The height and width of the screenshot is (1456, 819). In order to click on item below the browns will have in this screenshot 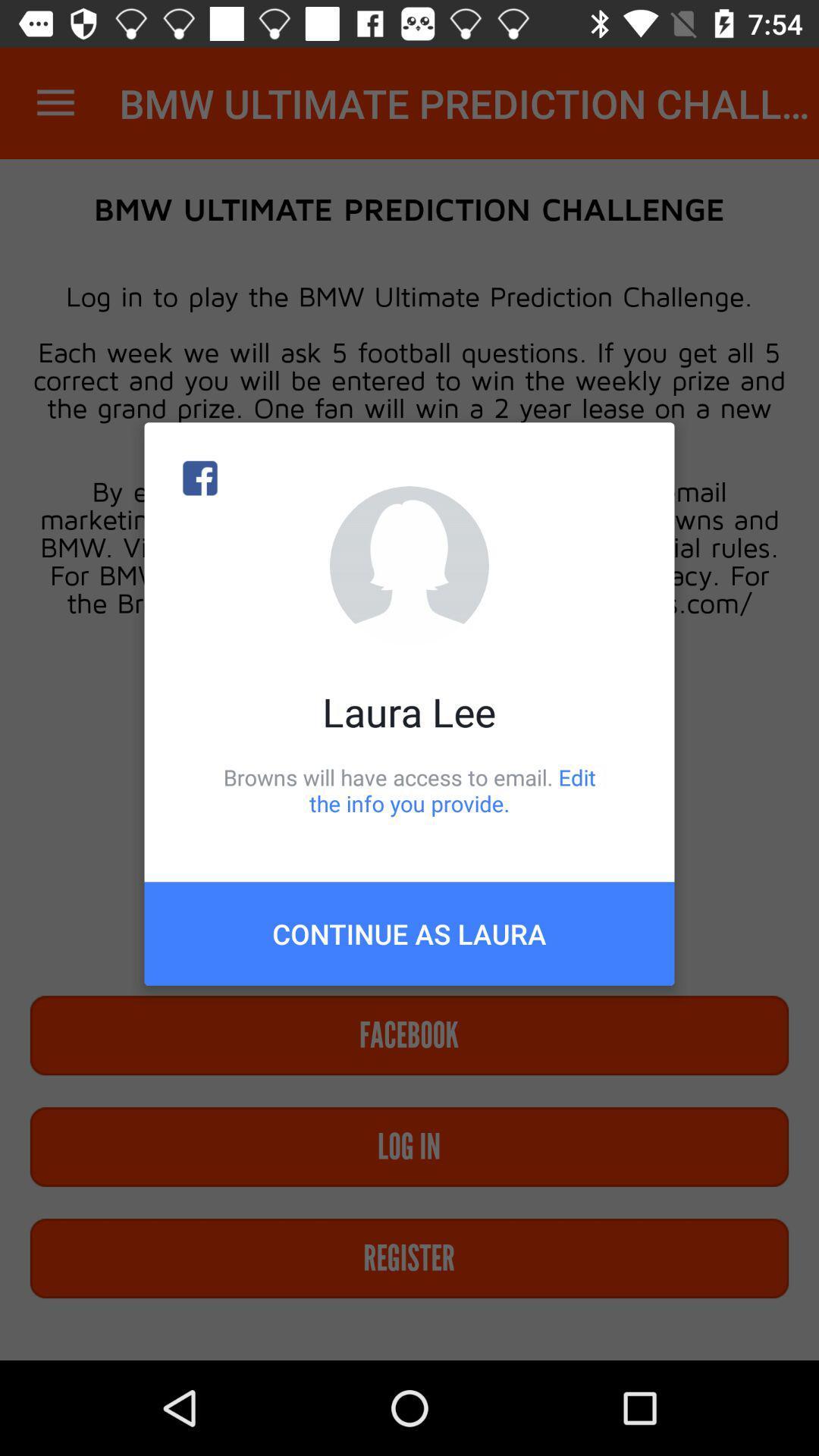, I will do `click(409, 933)`.